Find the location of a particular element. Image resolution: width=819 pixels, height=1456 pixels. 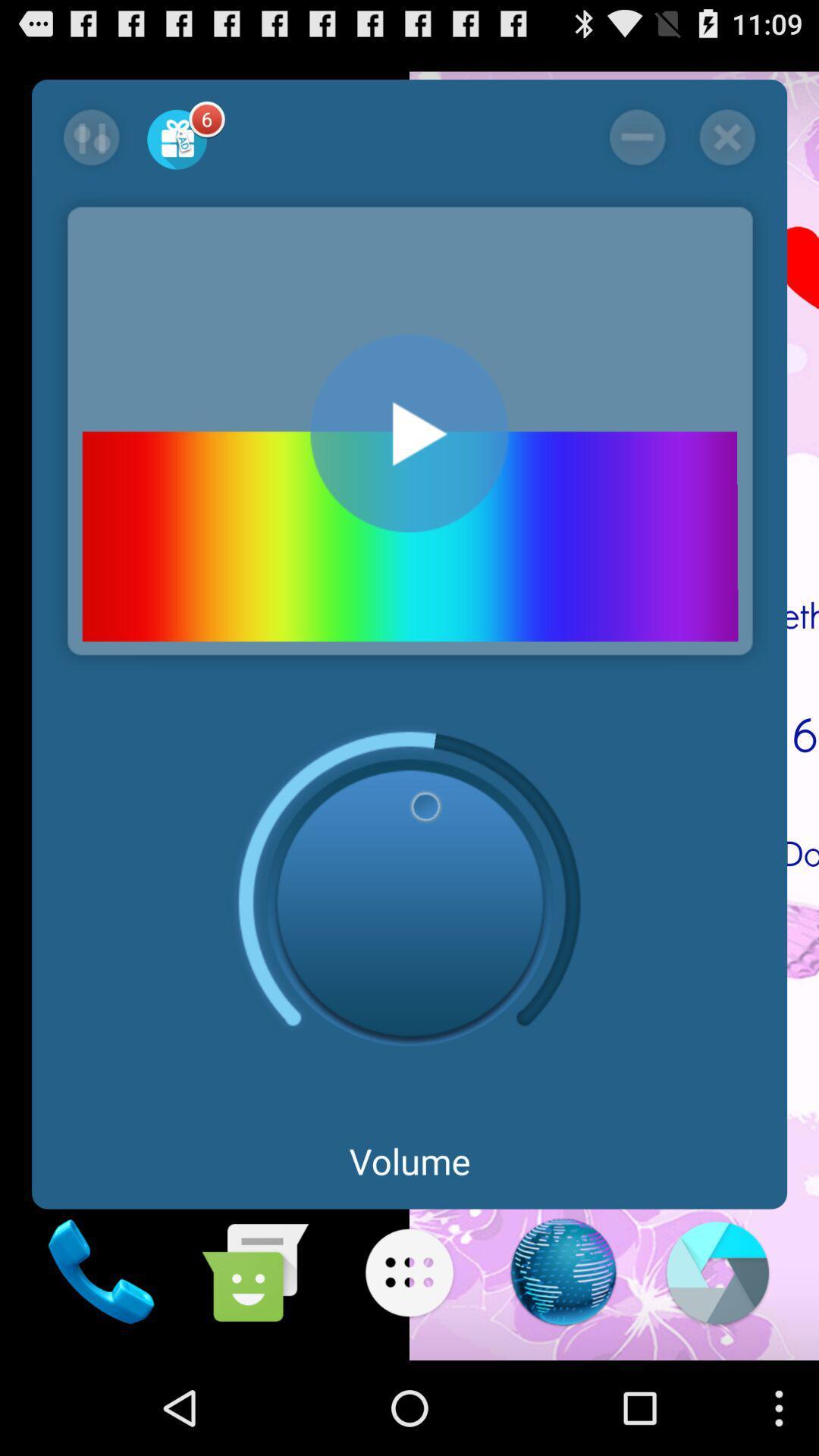

close is located at coordinates (726, 137).